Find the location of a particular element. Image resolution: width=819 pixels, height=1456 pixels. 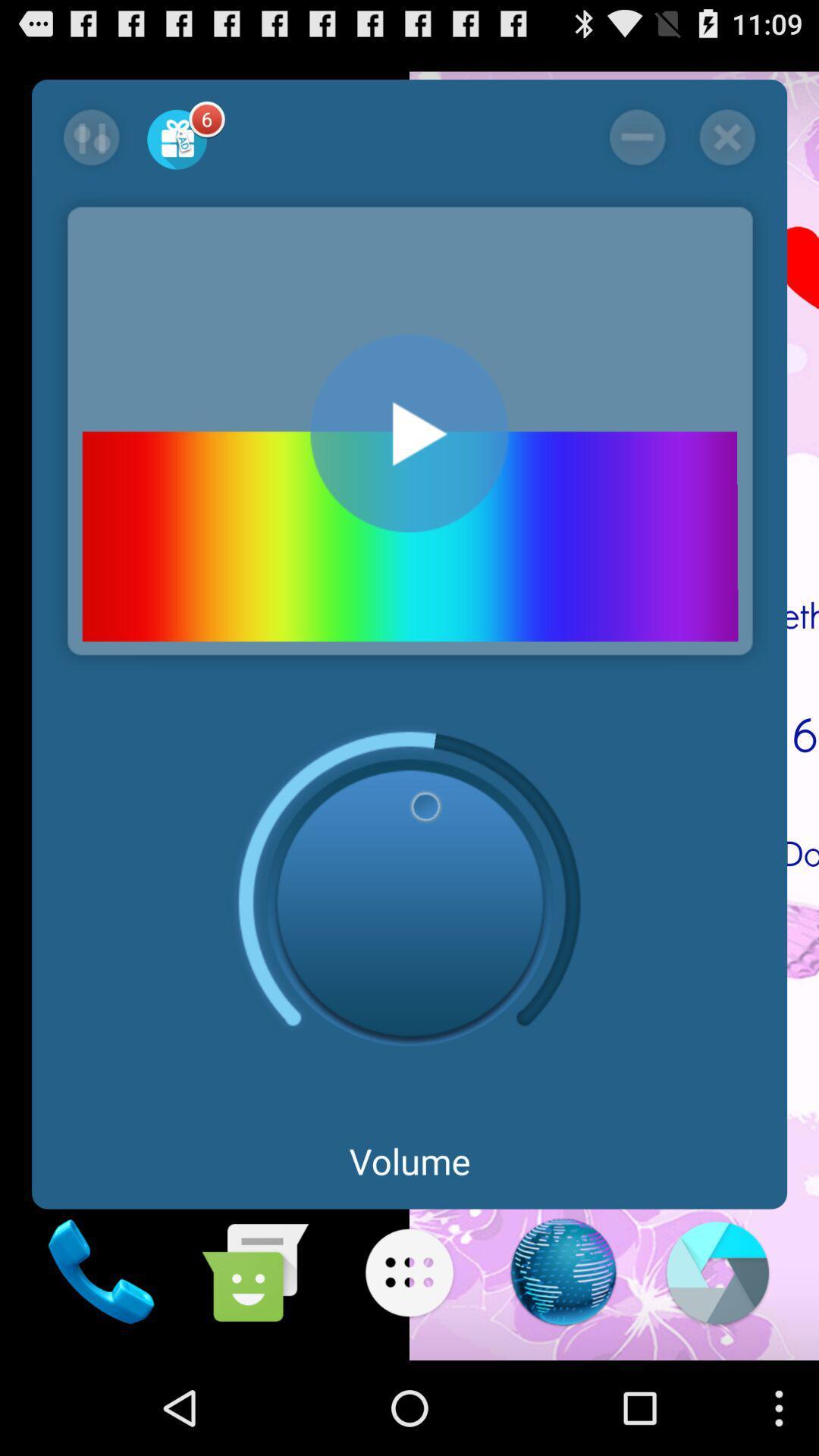

close is located at coordinates (726, 137).